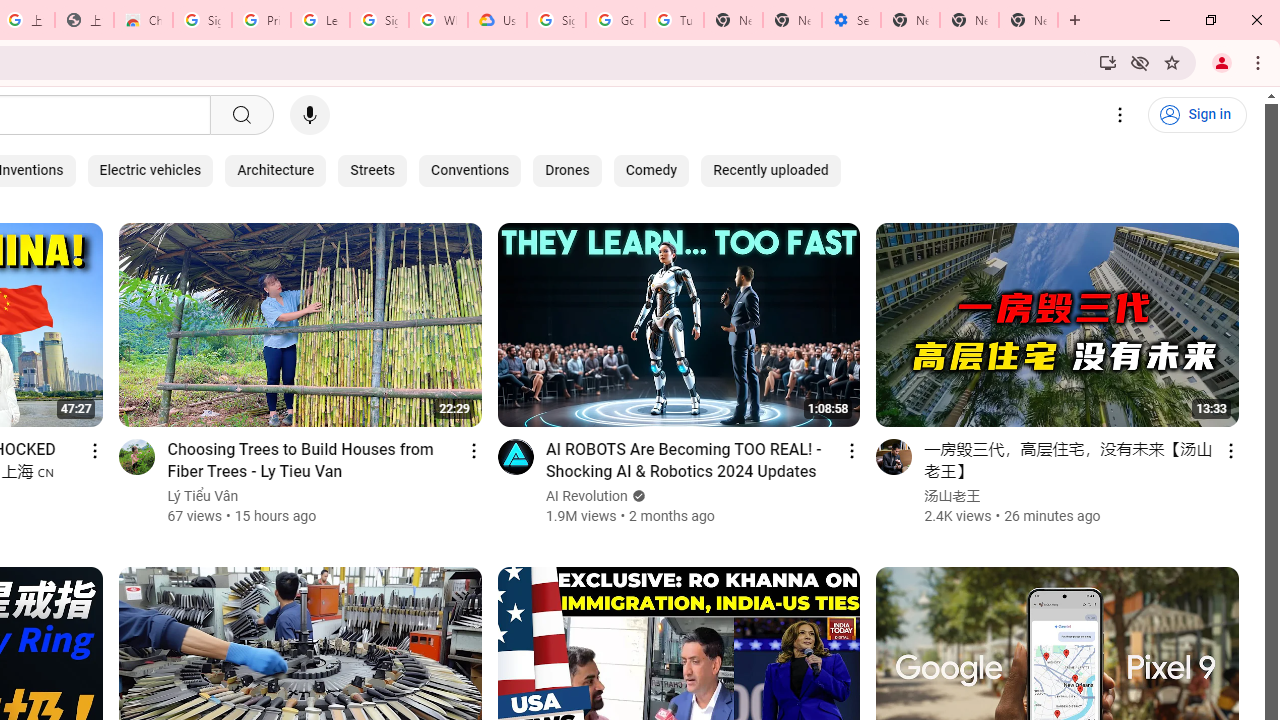 Image resolution: width=1280 pixels, height=720 pixels. What do you see at coordinates (614, 20) in the screenshot?
I see `'Google Account Help'` at bounding box center [614, 20].